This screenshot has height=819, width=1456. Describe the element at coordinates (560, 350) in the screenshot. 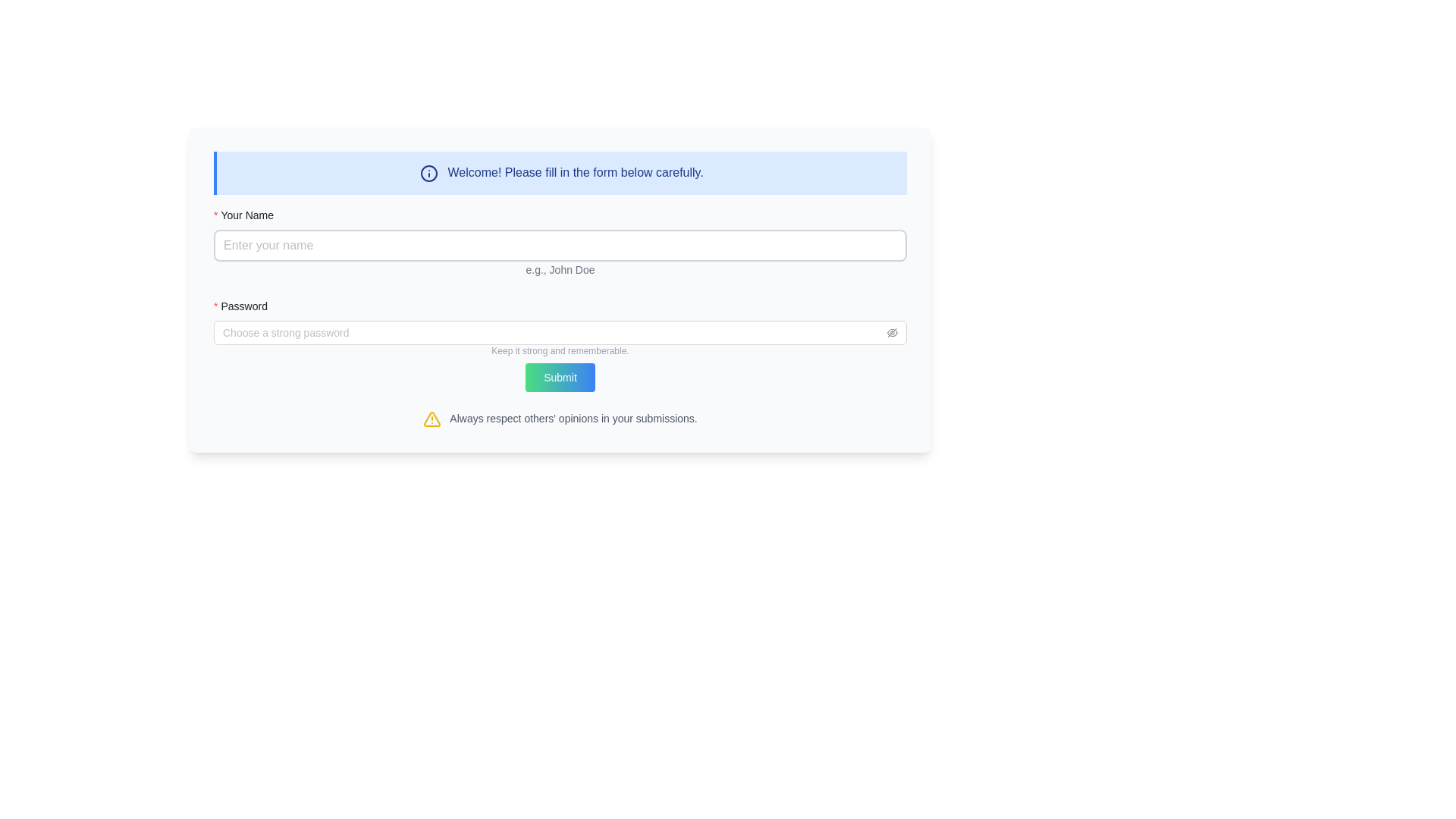

I see `the text hint or helper label that says 'Keep it strong and rememberable.' located below the password input field within the form` at that location.